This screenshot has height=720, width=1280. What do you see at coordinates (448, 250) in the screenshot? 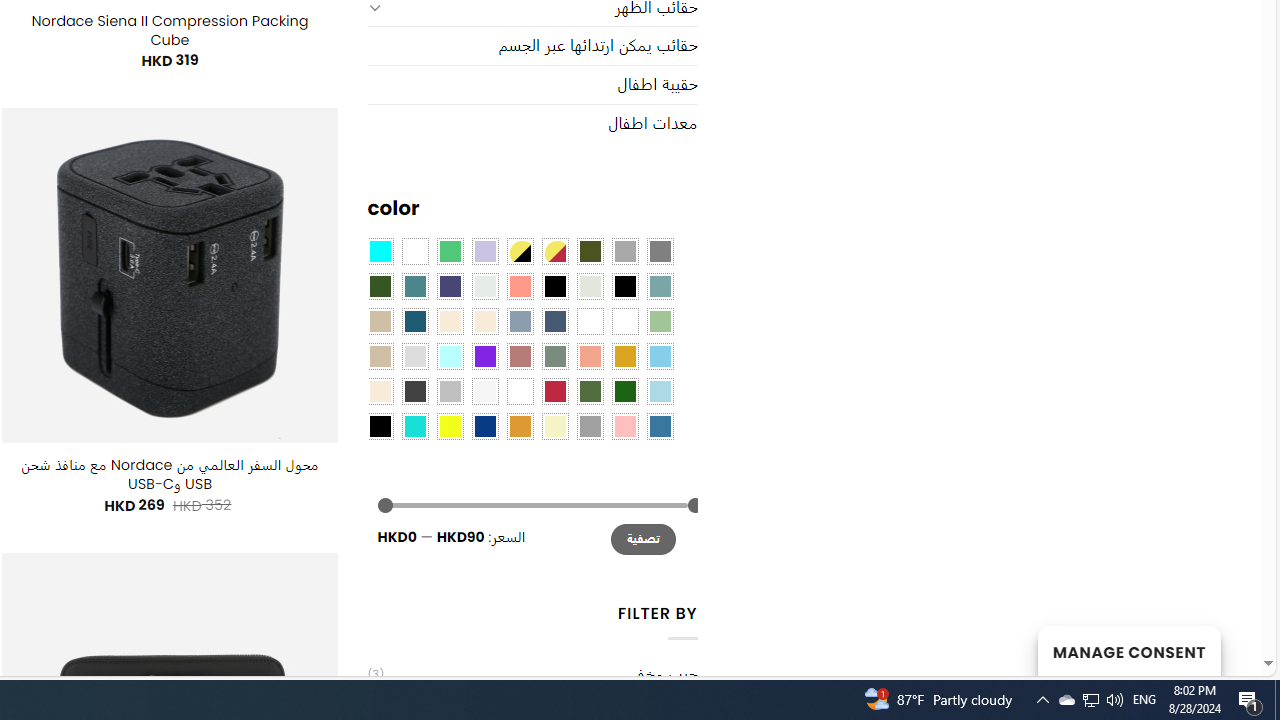
I see `'Emerald Green'` at bounding box center [448, 250].